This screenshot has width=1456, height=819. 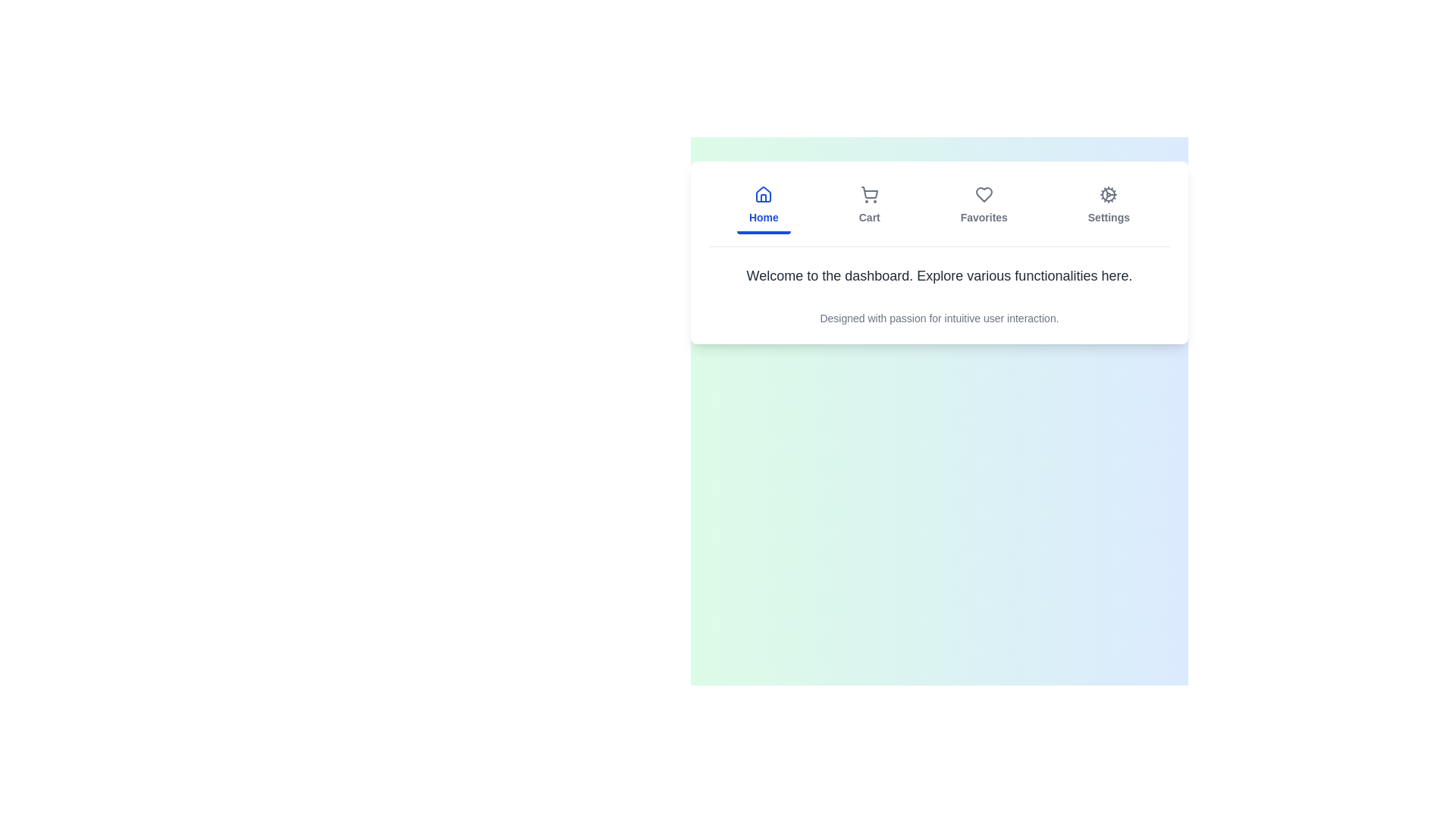 I want to click on the 'Settings' icon located in the top horizontal menu bar, which is the fourth item from the left, immediately to the right of the 'Favorites' icon, so click(x=1109, y=194).